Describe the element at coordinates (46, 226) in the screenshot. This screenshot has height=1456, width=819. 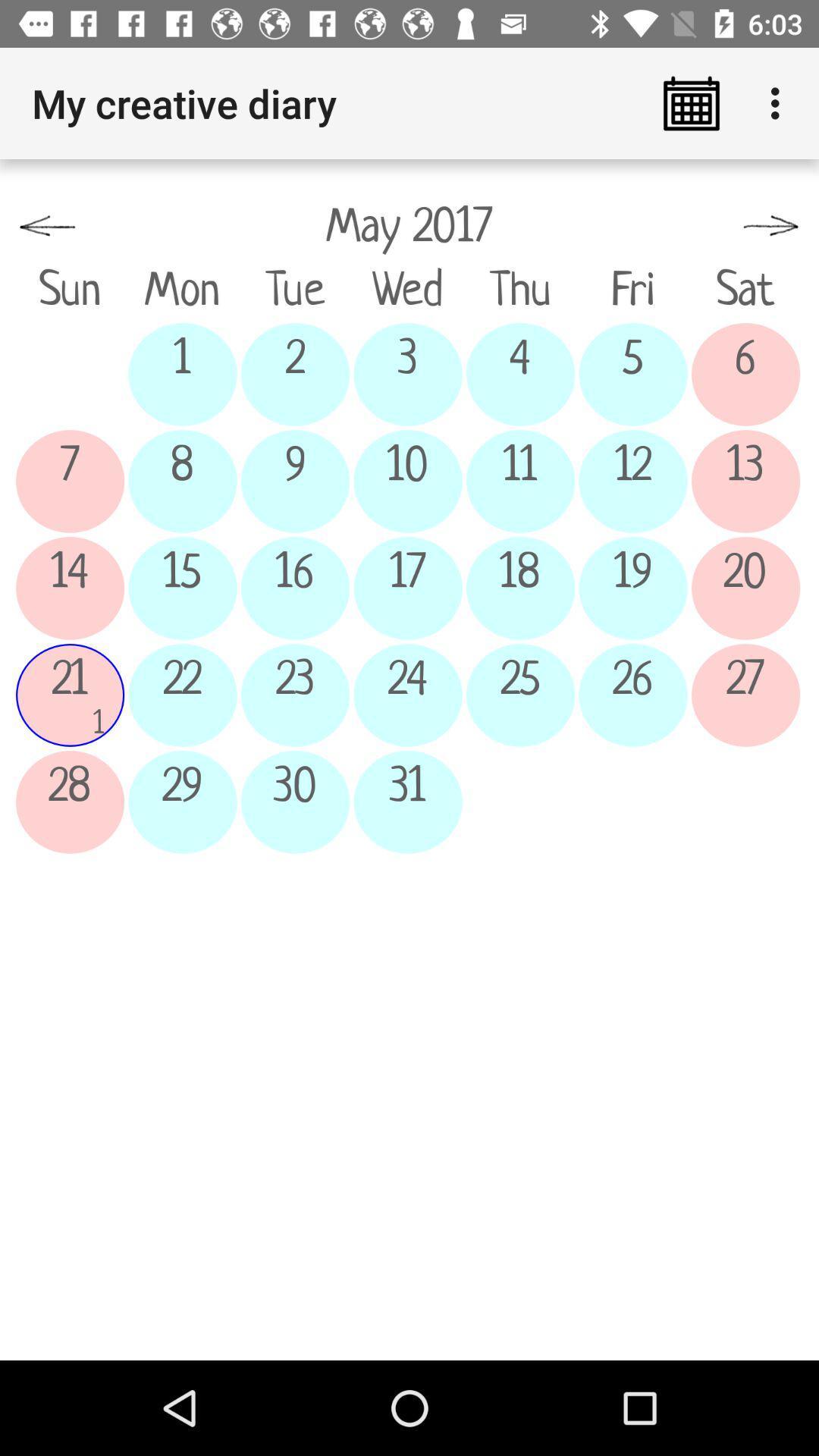
I see `the arrow_backward icon` at that location.